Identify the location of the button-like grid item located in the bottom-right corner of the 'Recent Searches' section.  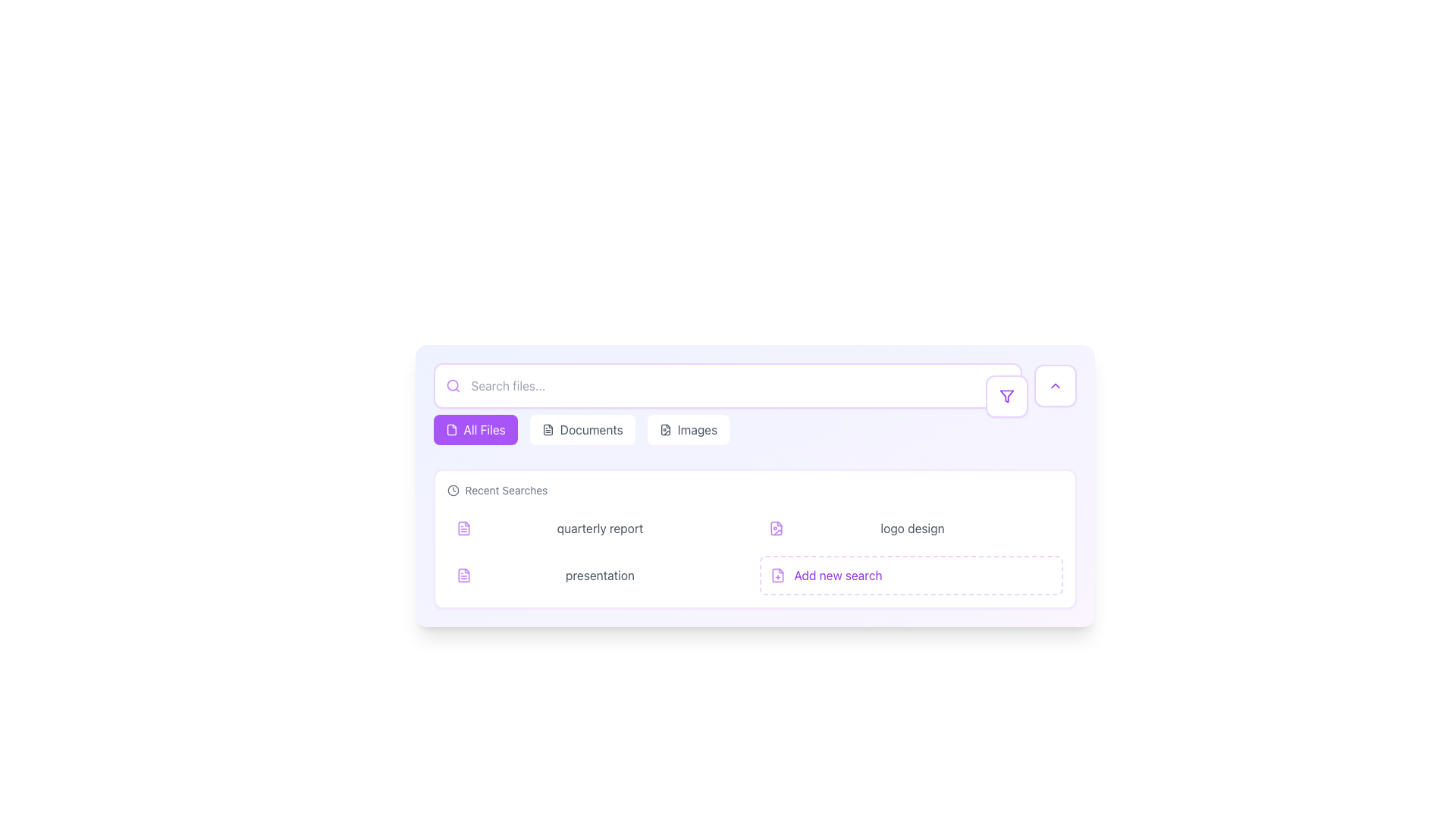
(755, 553).